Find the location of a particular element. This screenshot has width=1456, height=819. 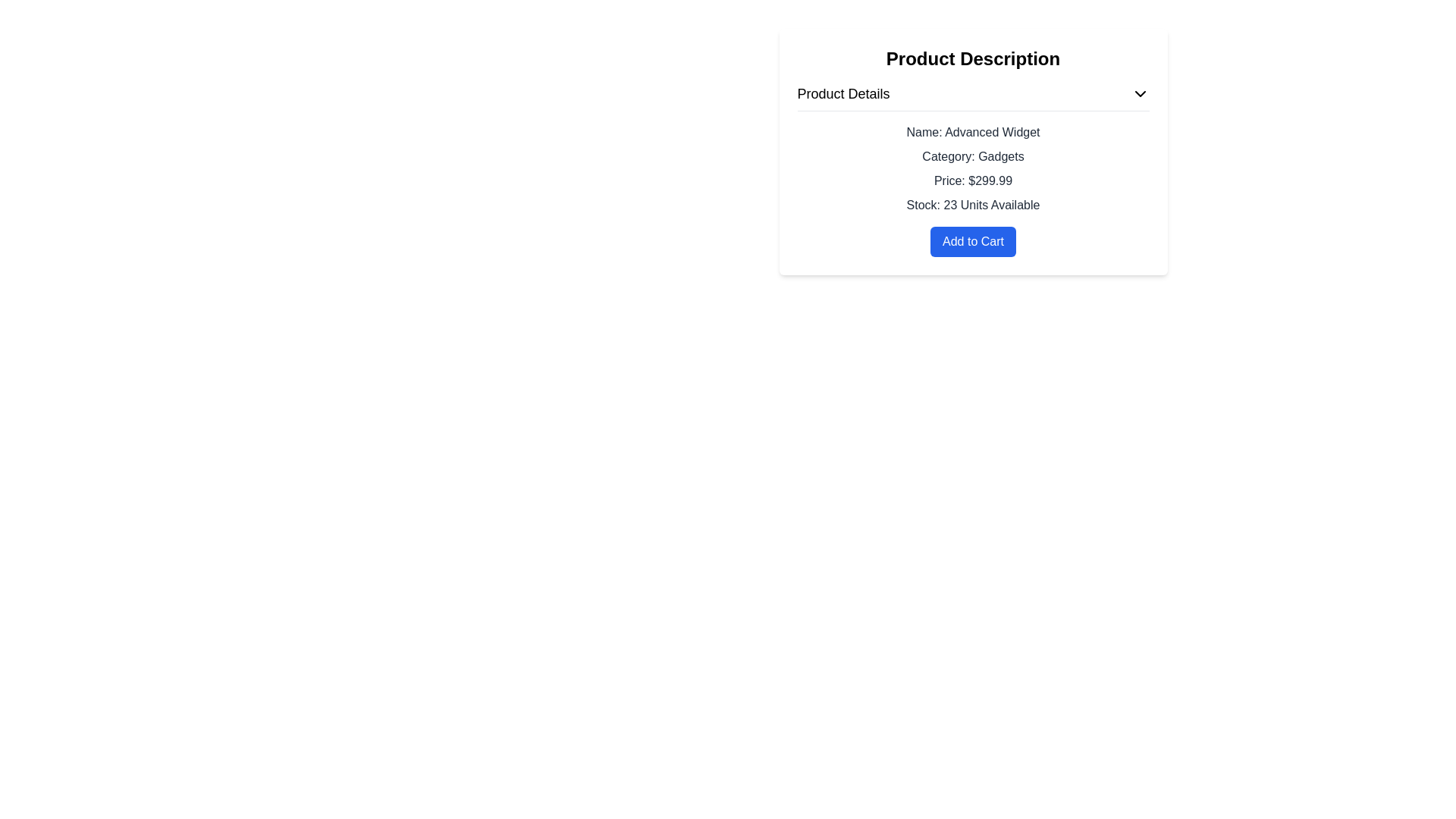

the Label/Text element that serves as a header for the product details section, located at the upper left of the 'Product Description' area is located at coordinates (843, 93).